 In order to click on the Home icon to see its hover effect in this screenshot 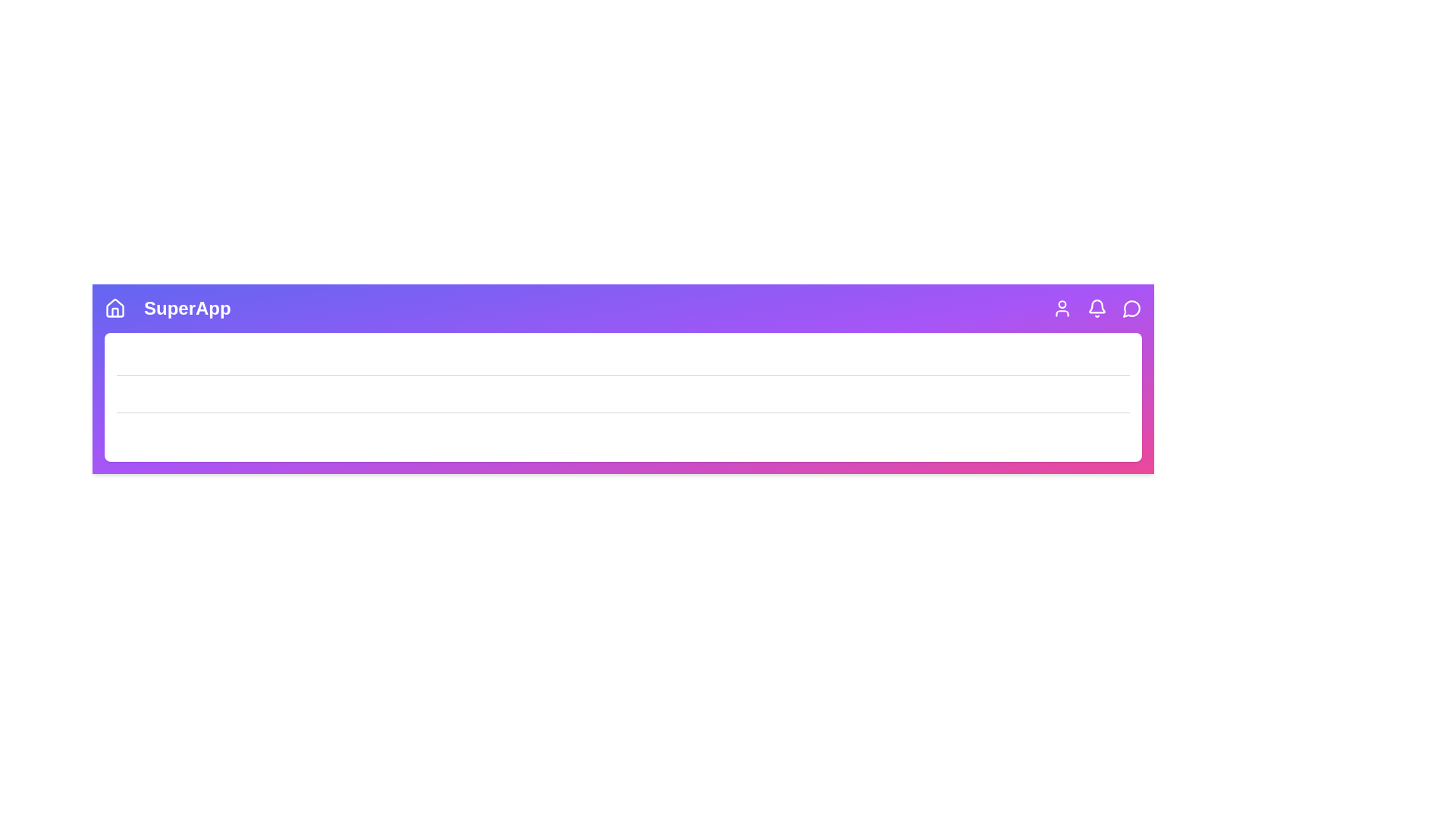, I will do `click(115, 308)`.